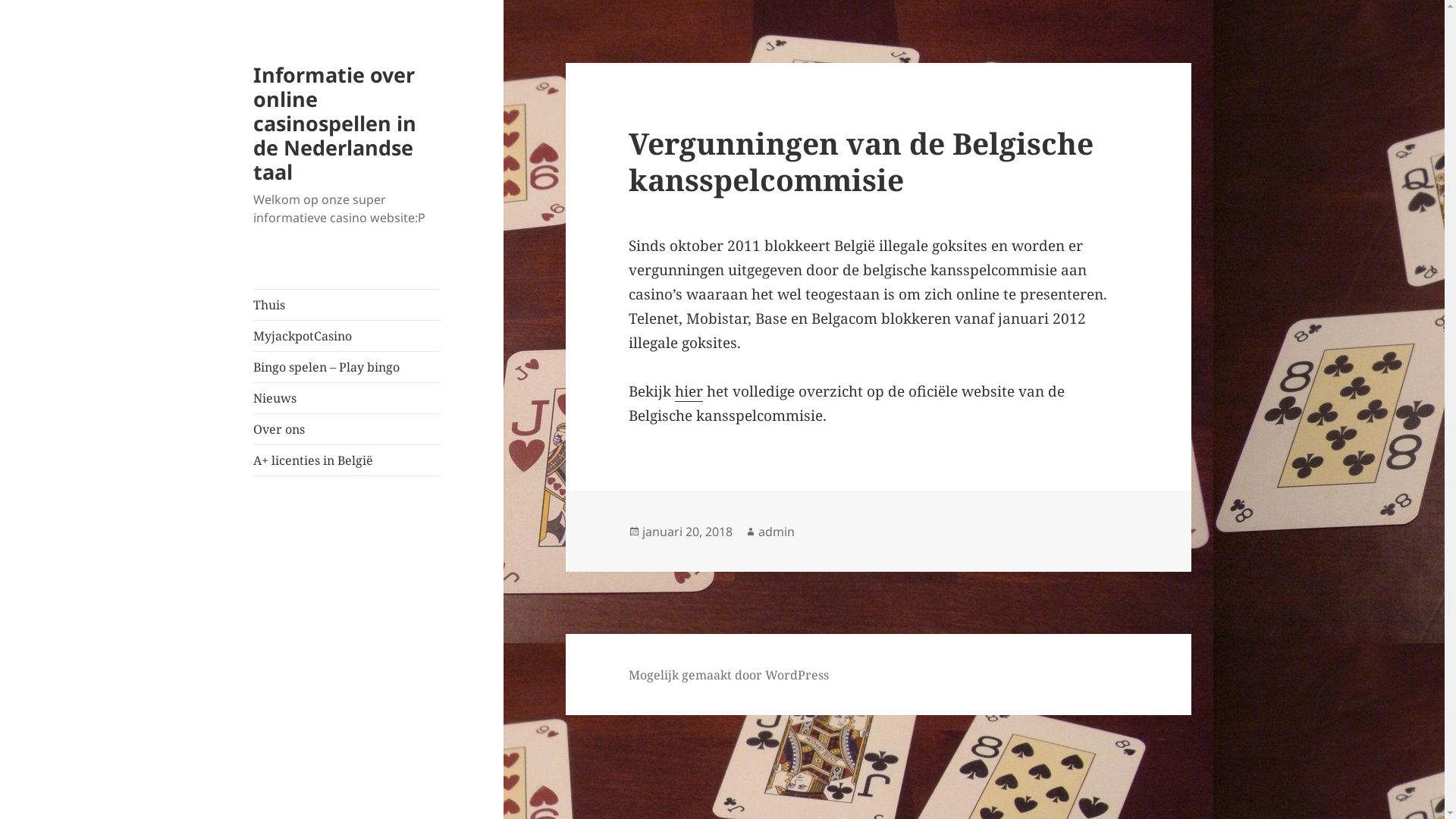  Describe the element at coordinates (346, 335) in the screenshot. I see `'MyjackpotCasino'` at that location.